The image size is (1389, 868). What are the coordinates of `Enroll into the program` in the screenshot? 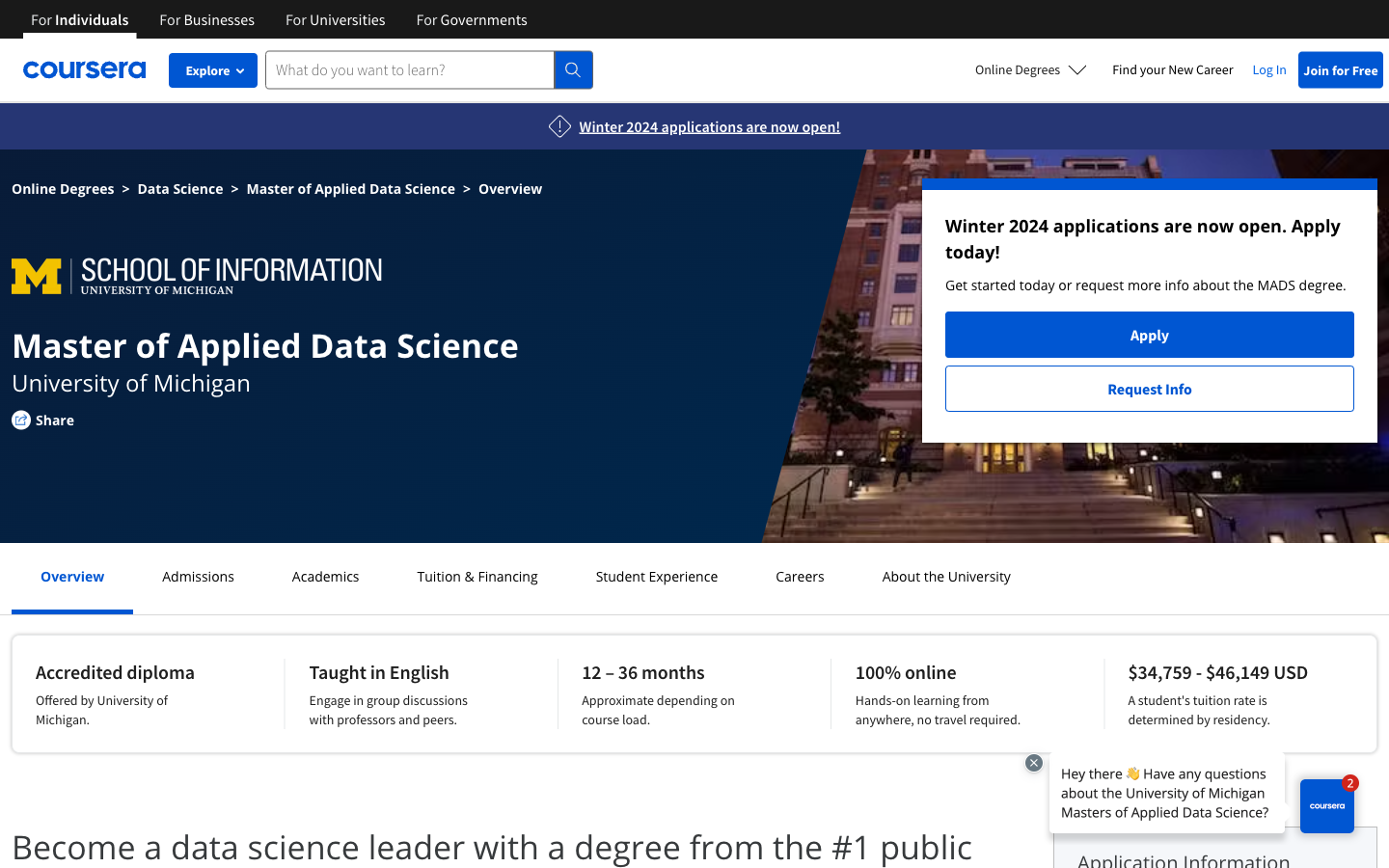 It's located at (198, 576).